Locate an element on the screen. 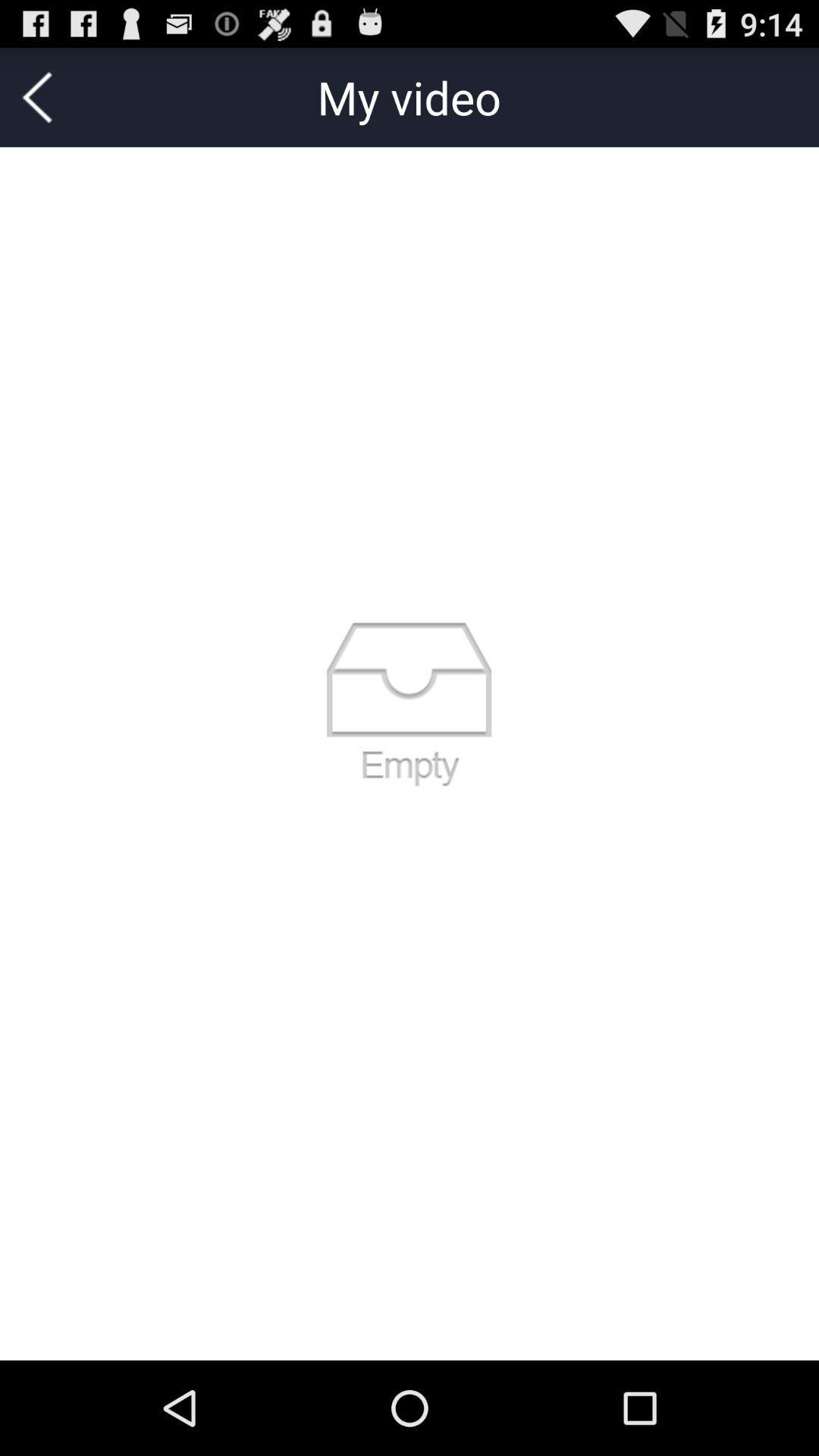 Image resolution: width=819 pixels, height=1456 pixels. the icon at the top left corner is located at coordinates (36, 96).